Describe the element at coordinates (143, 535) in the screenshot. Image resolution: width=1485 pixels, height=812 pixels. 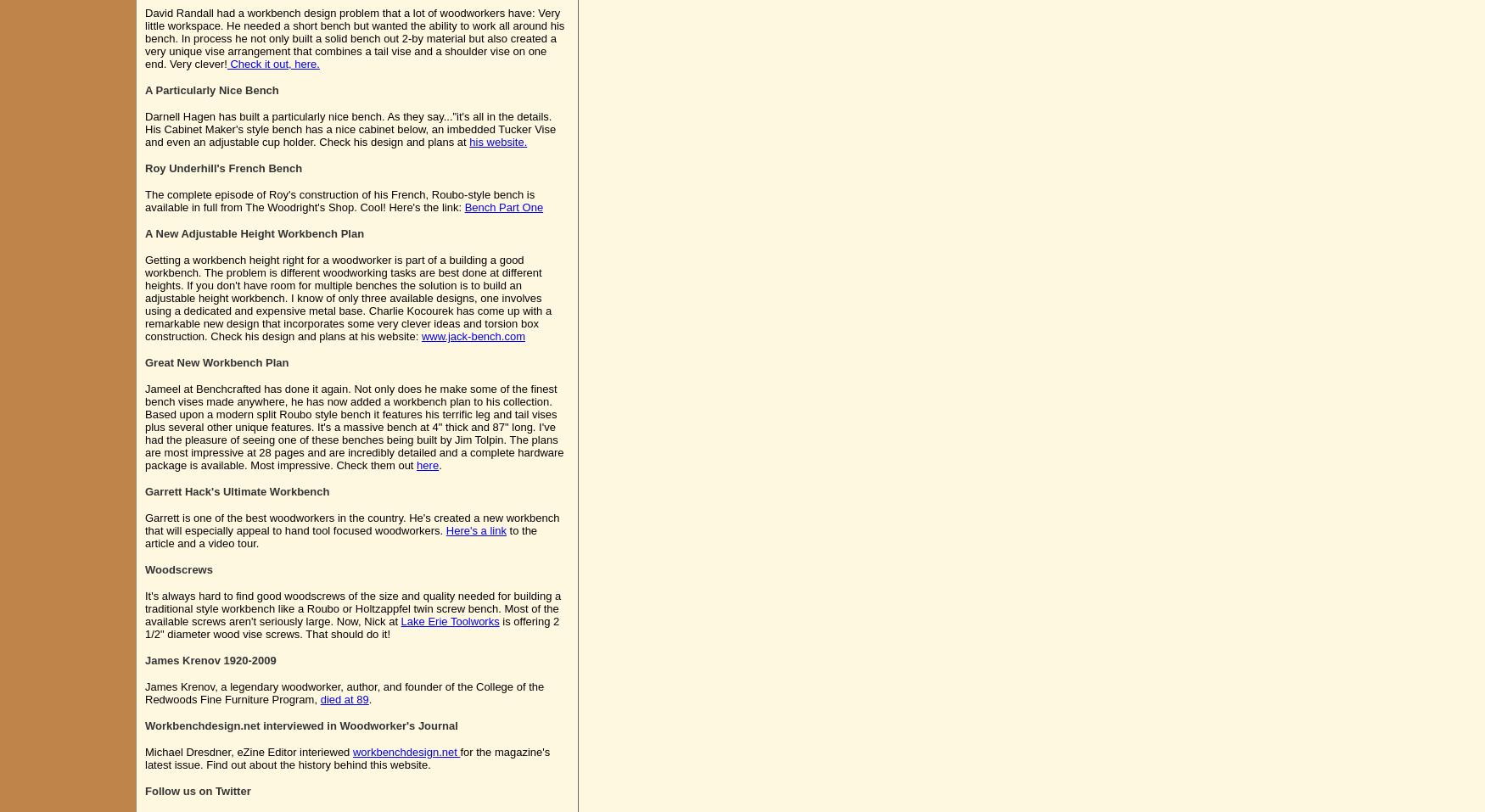
I see `'to the article and a video tour.'` at that location.